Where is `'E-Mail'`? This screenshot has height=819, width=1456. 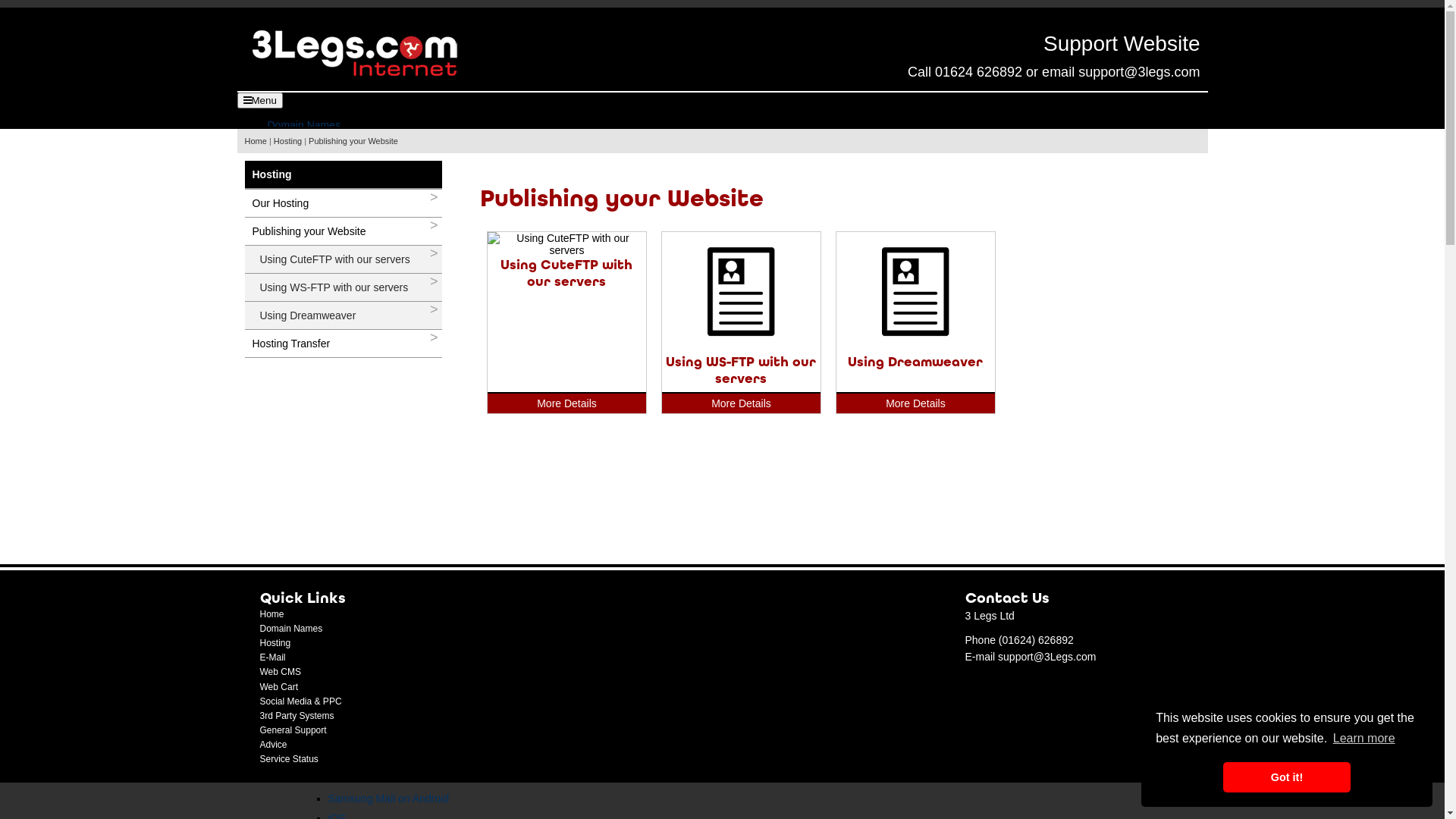 'E-Mail' is located at coordinates (281, 654).